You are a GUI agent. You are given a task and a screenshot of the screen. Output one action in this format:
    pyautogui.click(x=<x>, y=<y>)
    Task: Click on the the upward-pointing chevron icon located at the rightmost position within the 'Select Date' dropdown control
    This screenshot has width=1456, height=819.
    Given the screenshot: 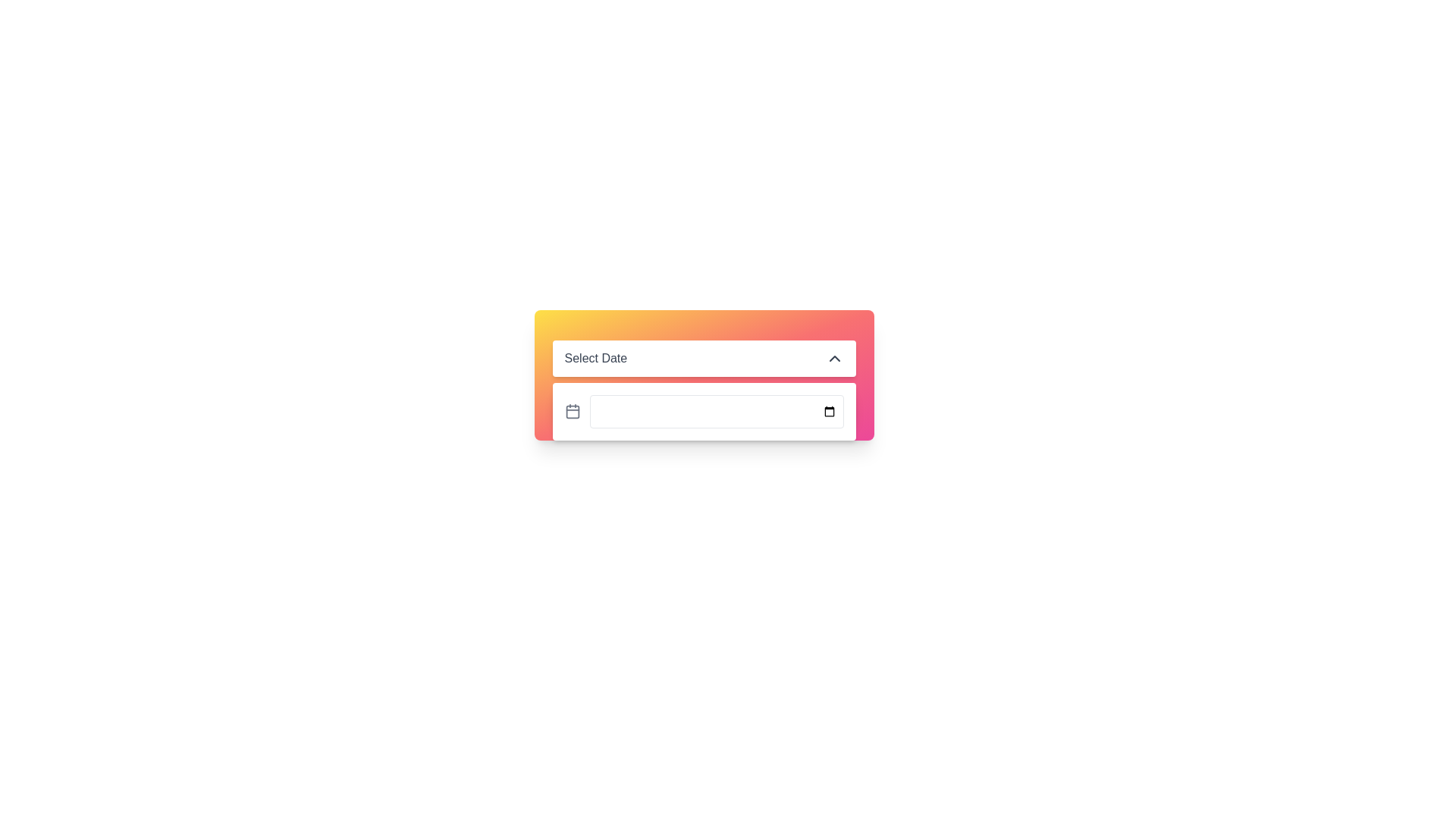 What is the action you would take?
    pyautogui.click(x=833, y=359)
    